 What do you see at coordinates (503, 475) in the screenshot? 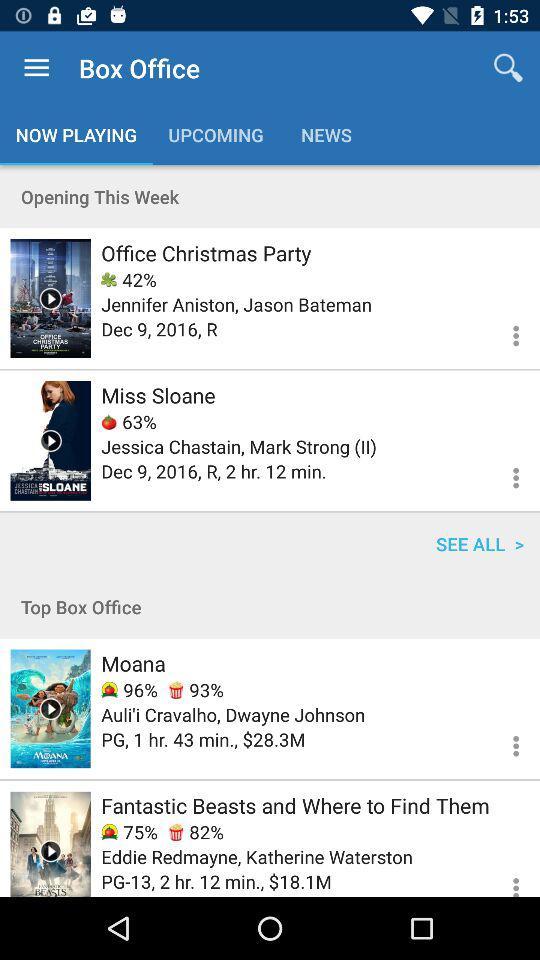
I see `more options` at bounding box center [503, 475].